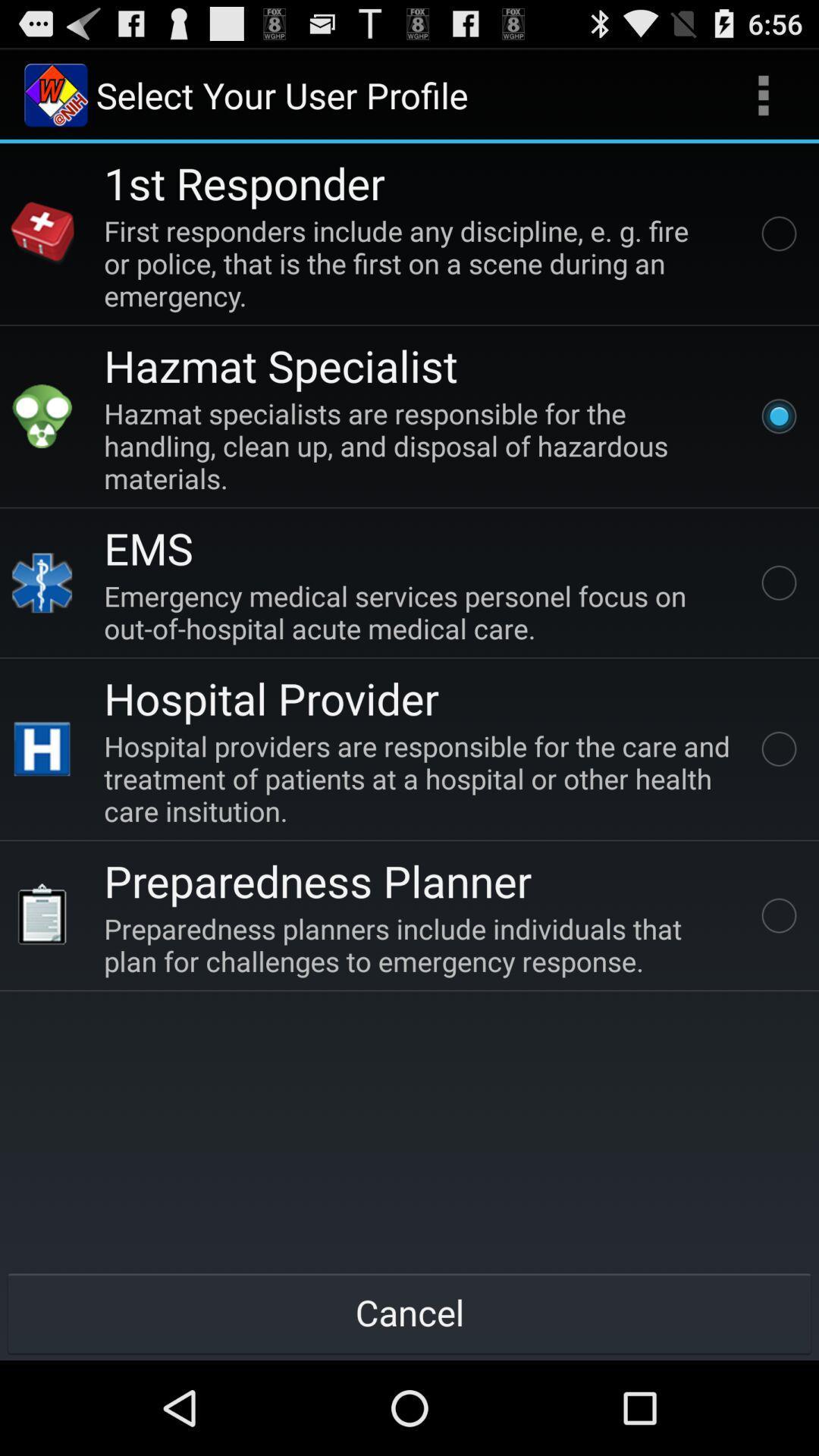  I want to click on item above the preparedness planner, so click(420, 778).